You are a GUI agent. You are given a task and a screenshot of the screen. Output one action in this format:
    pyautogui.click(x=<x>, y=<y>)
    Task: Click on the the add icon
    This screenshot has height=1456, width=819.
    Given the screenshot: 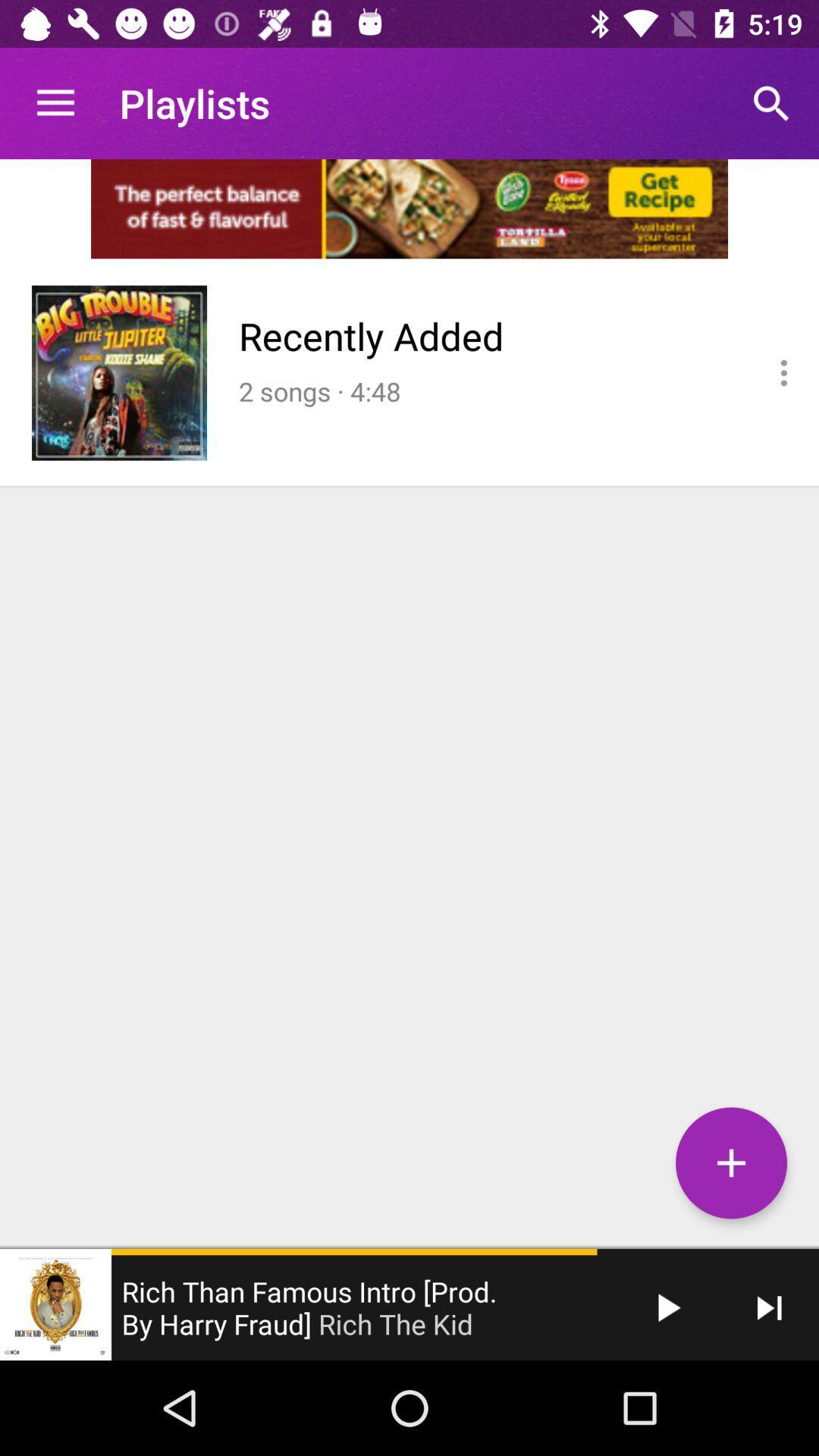 What is the action you would take?
    pyautogui.click(x=730, y=1162)
    